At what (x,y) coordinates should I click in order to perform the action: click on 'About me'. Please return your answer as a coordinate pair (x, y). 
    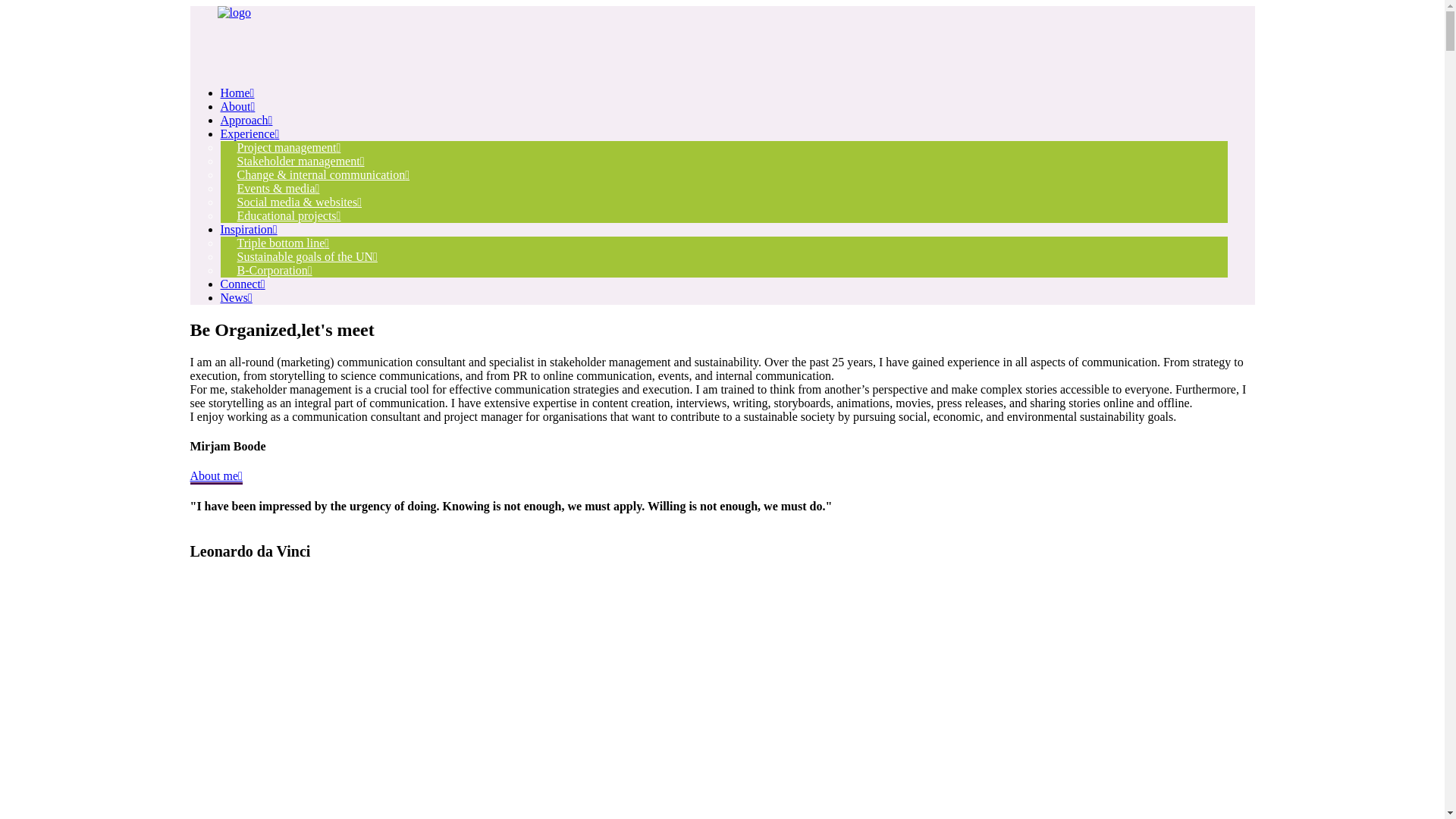
    Looking at the image, I should click on (215, 475).